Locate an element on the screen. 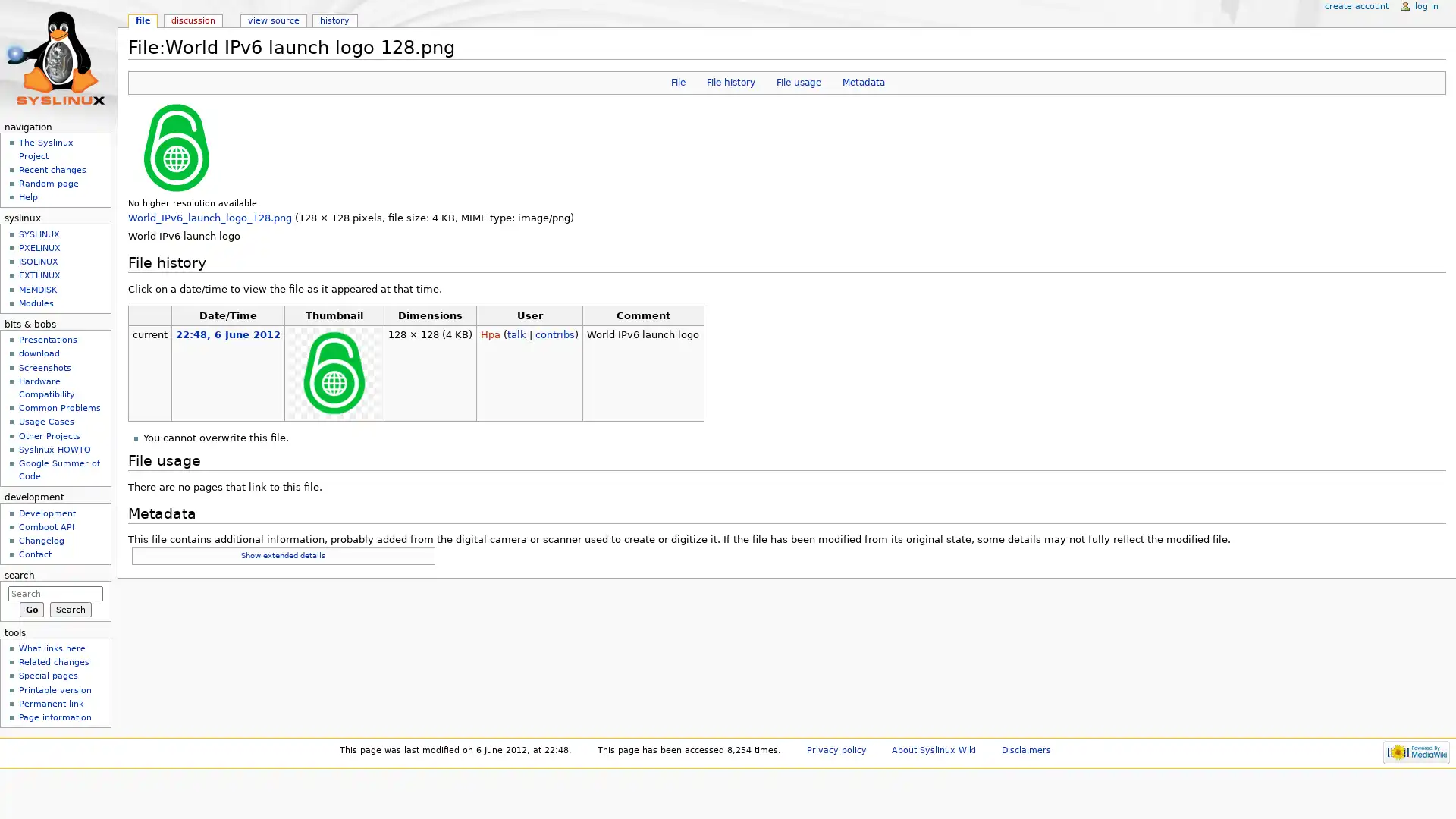 Image resolution: width=1456 pixels, height=819 pixels. Search is located at coordinates (70, 608).